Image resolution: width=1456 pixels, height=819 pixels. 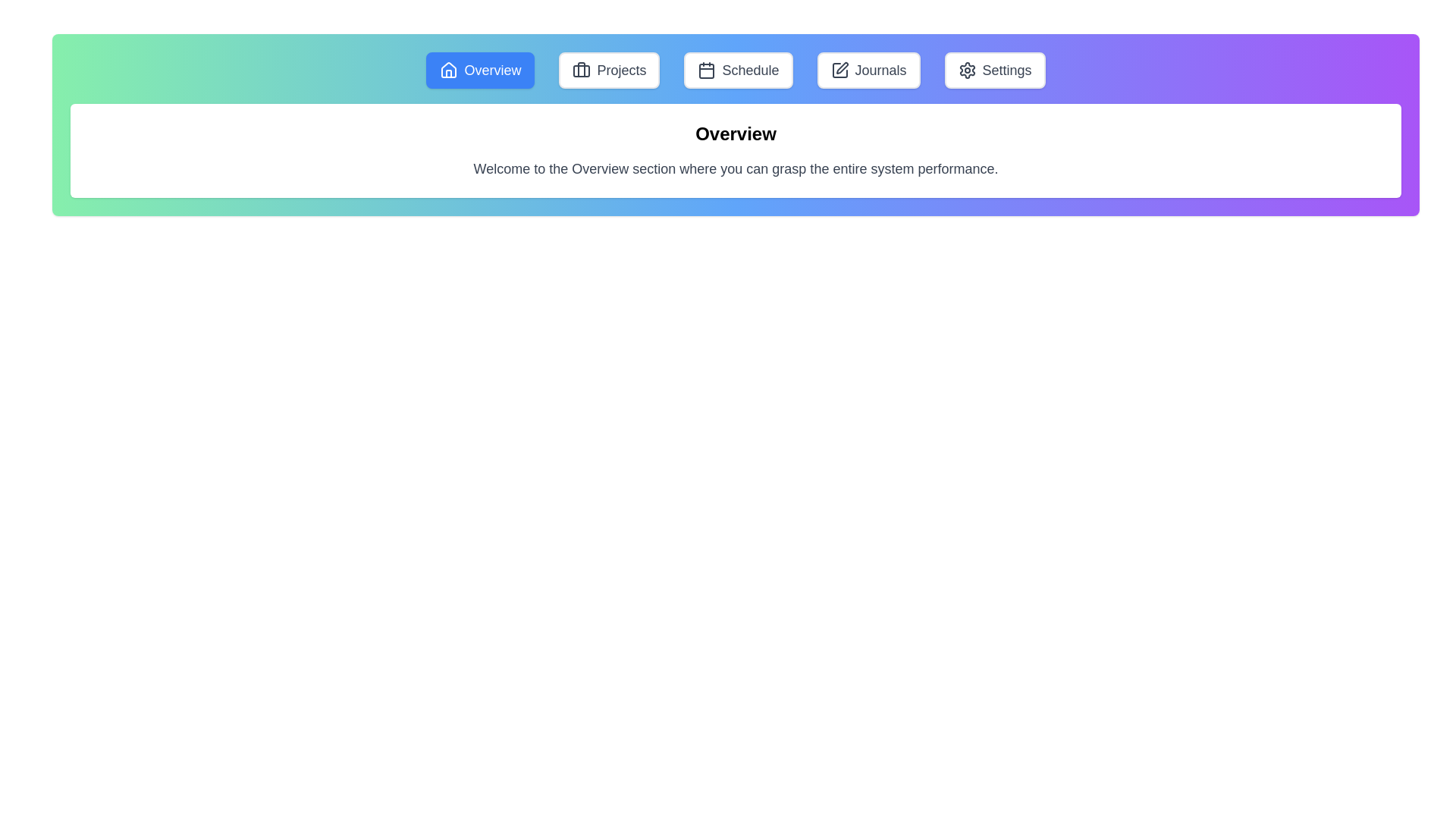 I want to click on the text block that displays 'Welcome to the Overview section where you can grasp the entire system performance.', located directly below the 'Overview' heading, so click(x=736, y=169).